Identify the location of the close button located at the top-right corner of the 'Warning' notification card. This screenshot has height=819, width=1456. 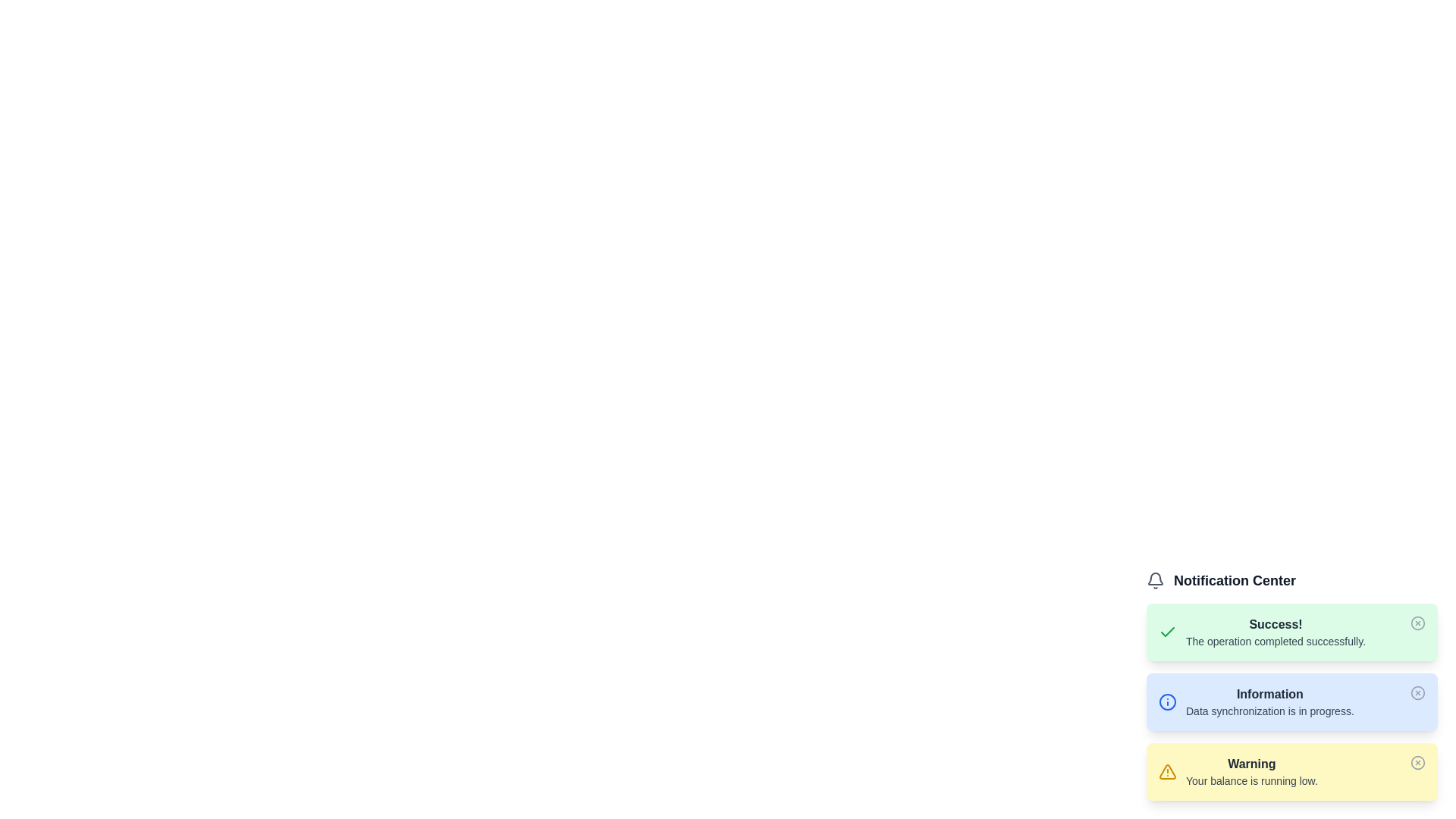
(1417, 763).